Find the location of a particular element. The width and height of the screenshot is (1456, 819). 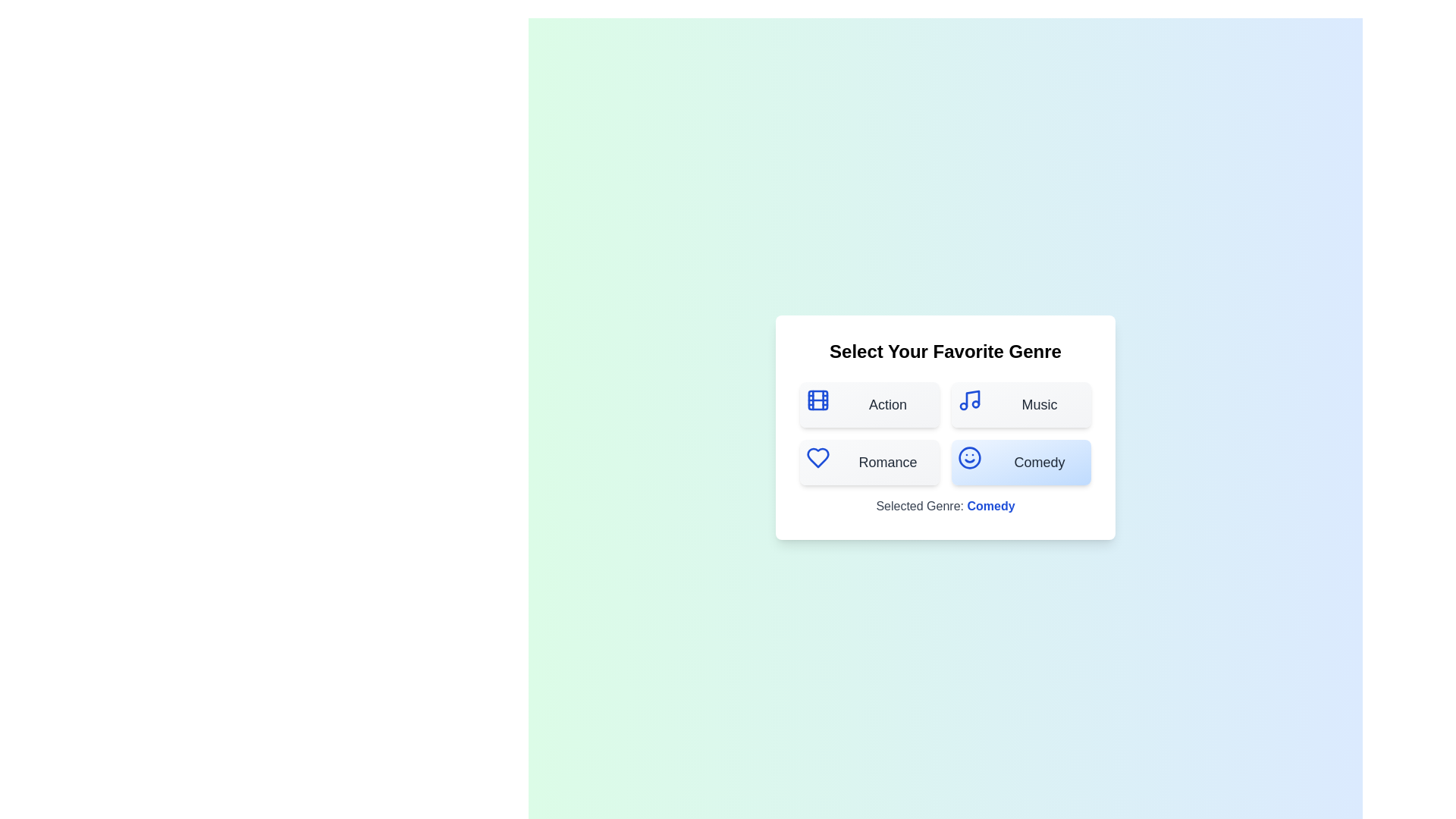

the text element displaying 'Select Your Favorite Genre', which is styled as a bold, large title at the top of the dialog box is located at coordinates (945, 351).